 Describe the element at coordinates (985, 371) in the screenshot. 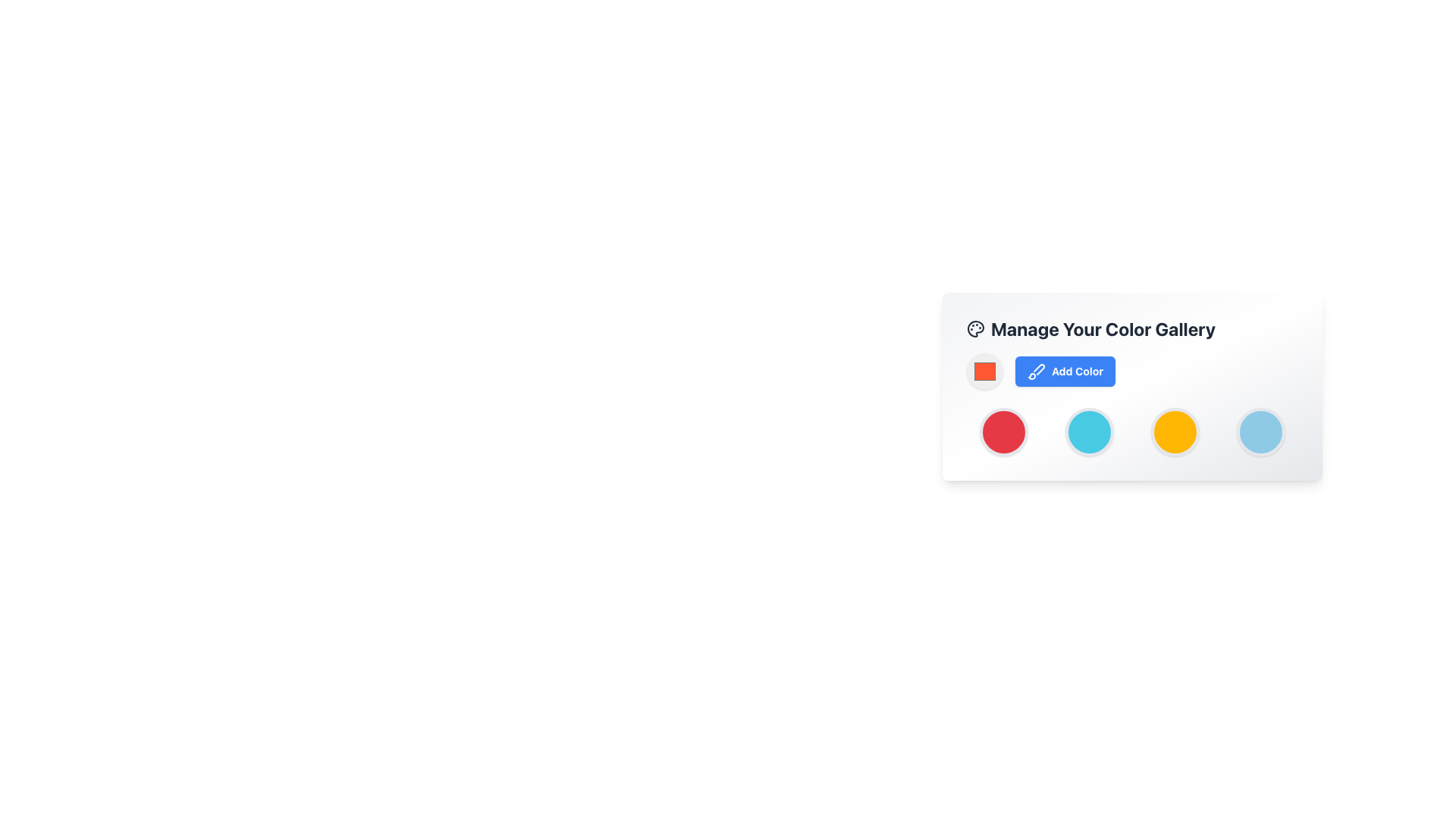

I see `the circular color picker button, which is the leftmost in a horizontal arrangement and features an orange-filled circle with a white background and gray border` at that location.